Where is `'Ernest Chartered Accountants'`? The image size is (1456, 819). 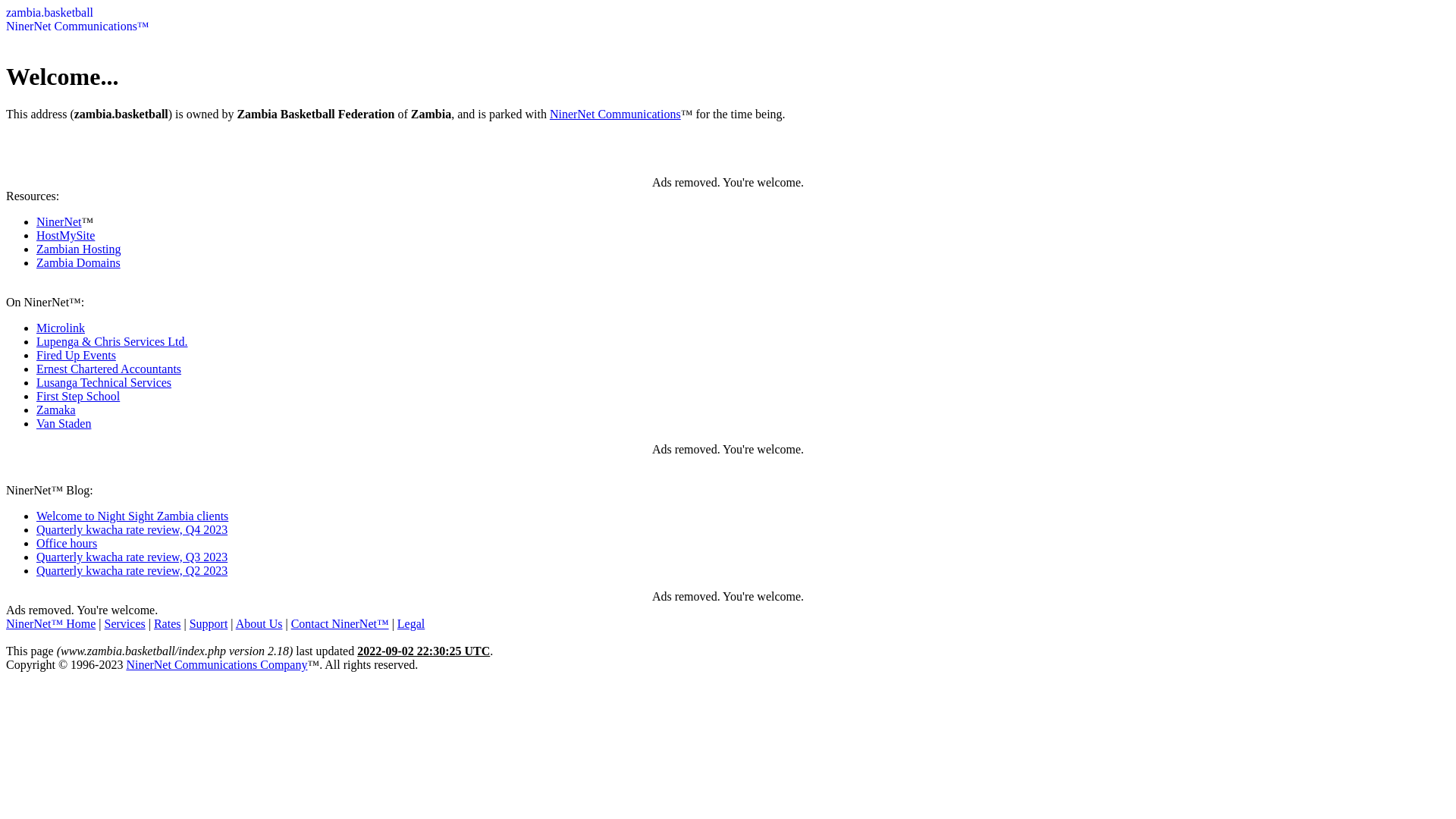 'Ernest Chartered Accountants' is located at coordinates (108, 369).